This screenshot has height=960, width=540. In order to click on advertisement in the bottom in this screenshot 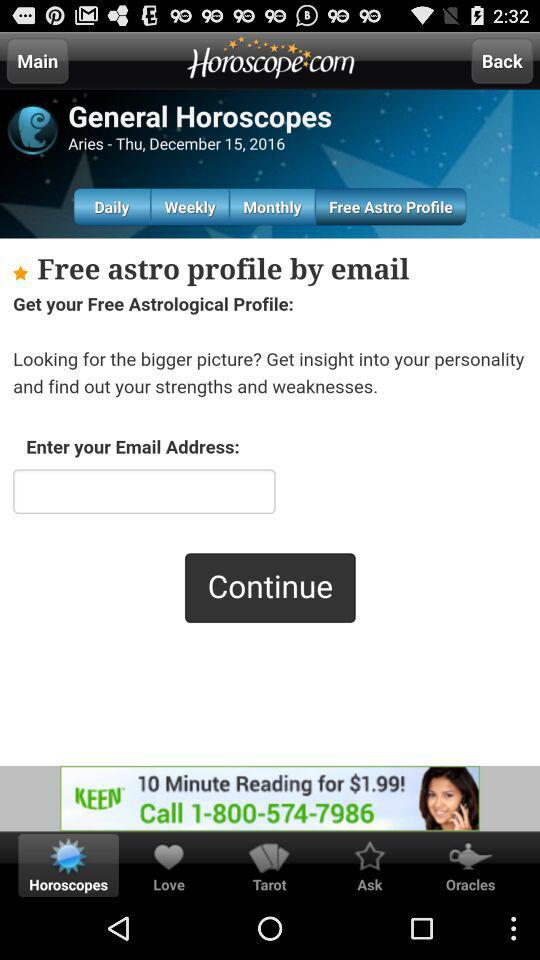, I will do `click(270, 798)`.